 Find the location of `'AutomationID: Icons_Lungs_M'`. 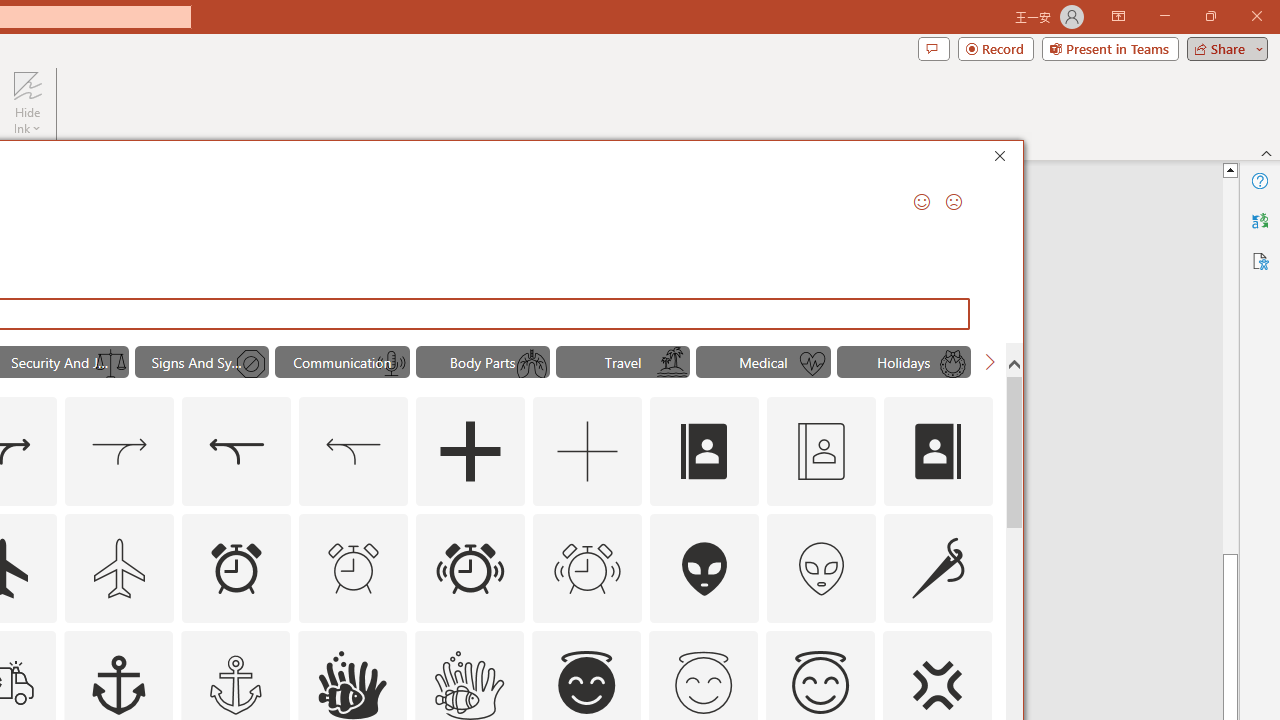

'AutomationID: Icons_Lungs_M' is located at coordinates (532, 364).